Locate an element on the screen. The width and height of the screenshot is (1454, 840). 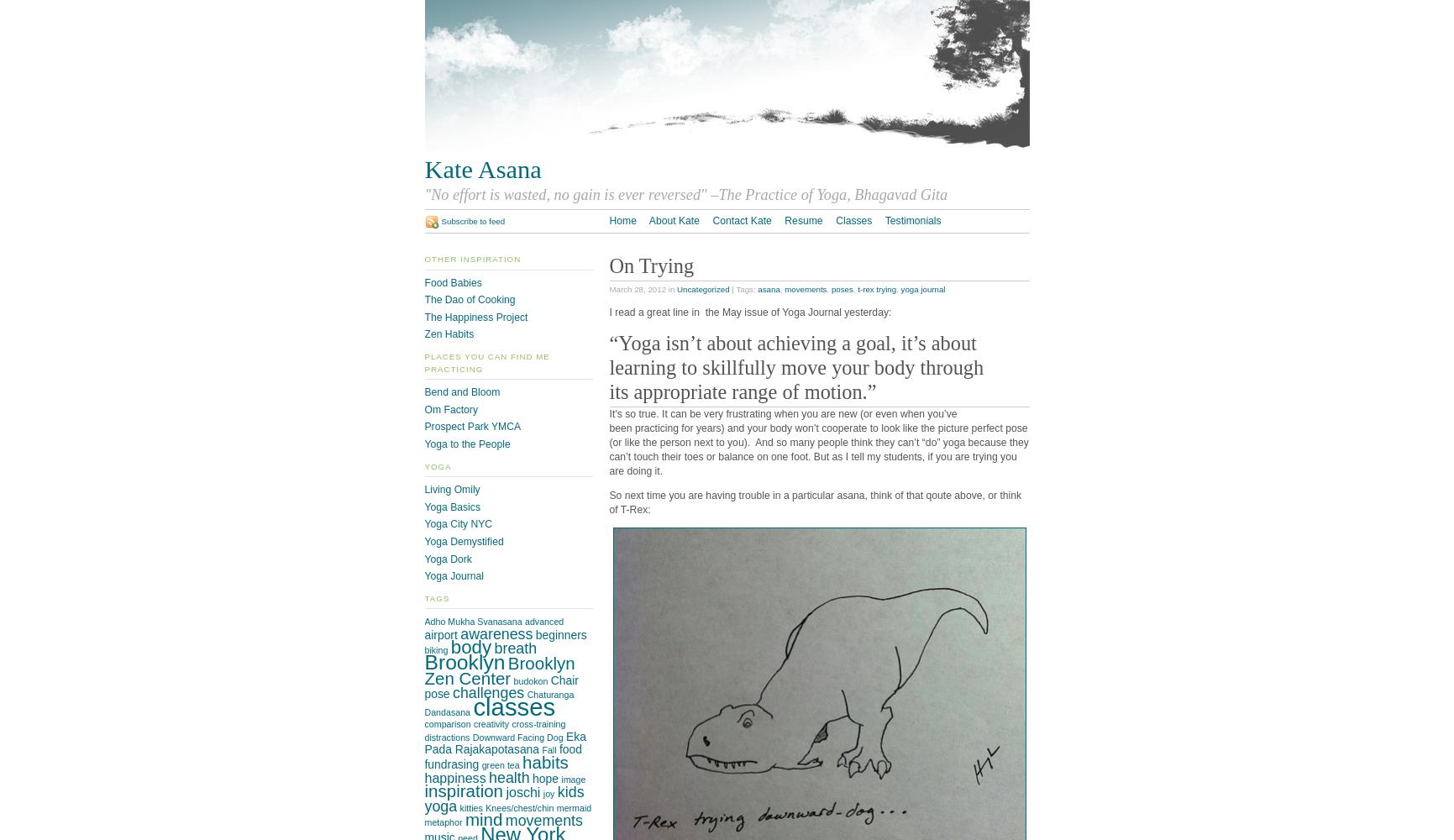
'It’s so true. It can be very frustrating when you are new (or even when you’ve been practicing for years) and your body won’t cooperate to look like the picture perfect pose (or like the person next to you).  And so many people think they can’t “do” yoga because they can’t touch their toes or balance on one foot. But as I tell my students, if you are trying you are doing it.' is located at coordinates (817, 442).